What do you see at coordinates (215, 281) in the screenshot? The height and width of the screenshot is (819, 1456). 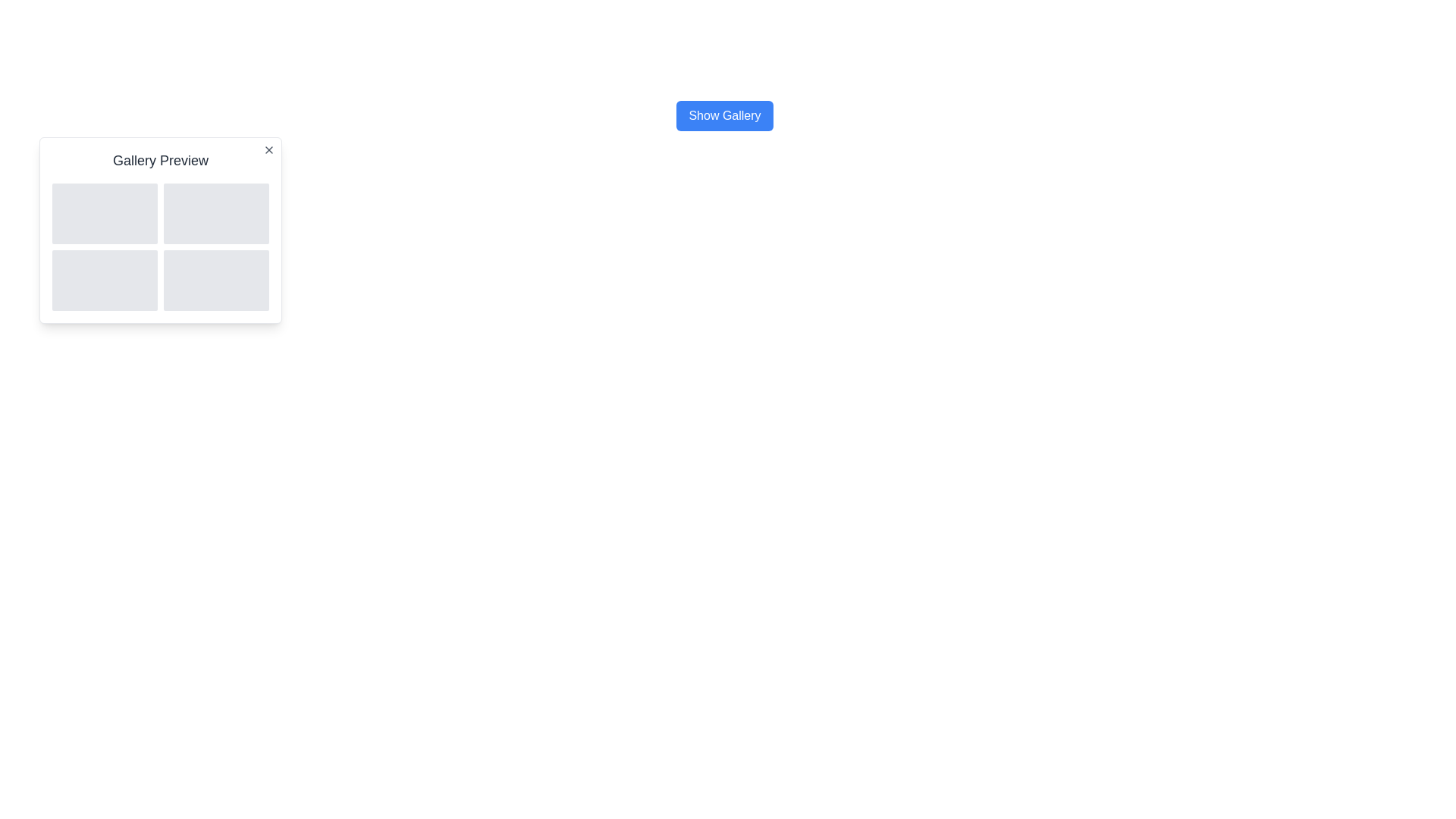 I see `Placeholder element located in the bottom-right of the 2x2 grid layout within the 'Gallery Preview' modal` at bounding box center [215, 281].